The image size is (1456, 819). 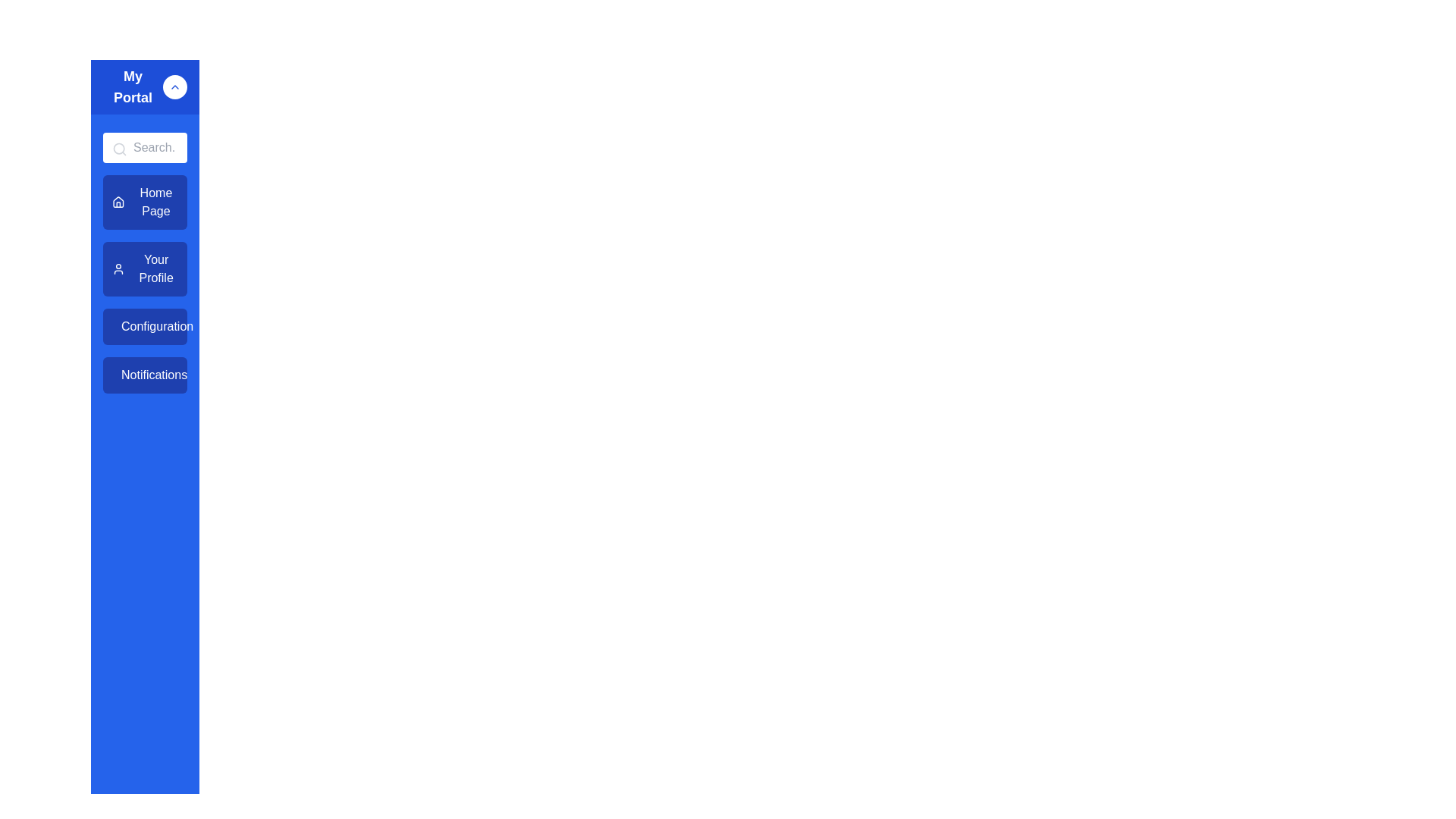 I want to click on the upward chevron icon located within the circular button near the top-right corner of the sidebar, adjacent to the 'My Portal' header, so click(x=175, y=87).